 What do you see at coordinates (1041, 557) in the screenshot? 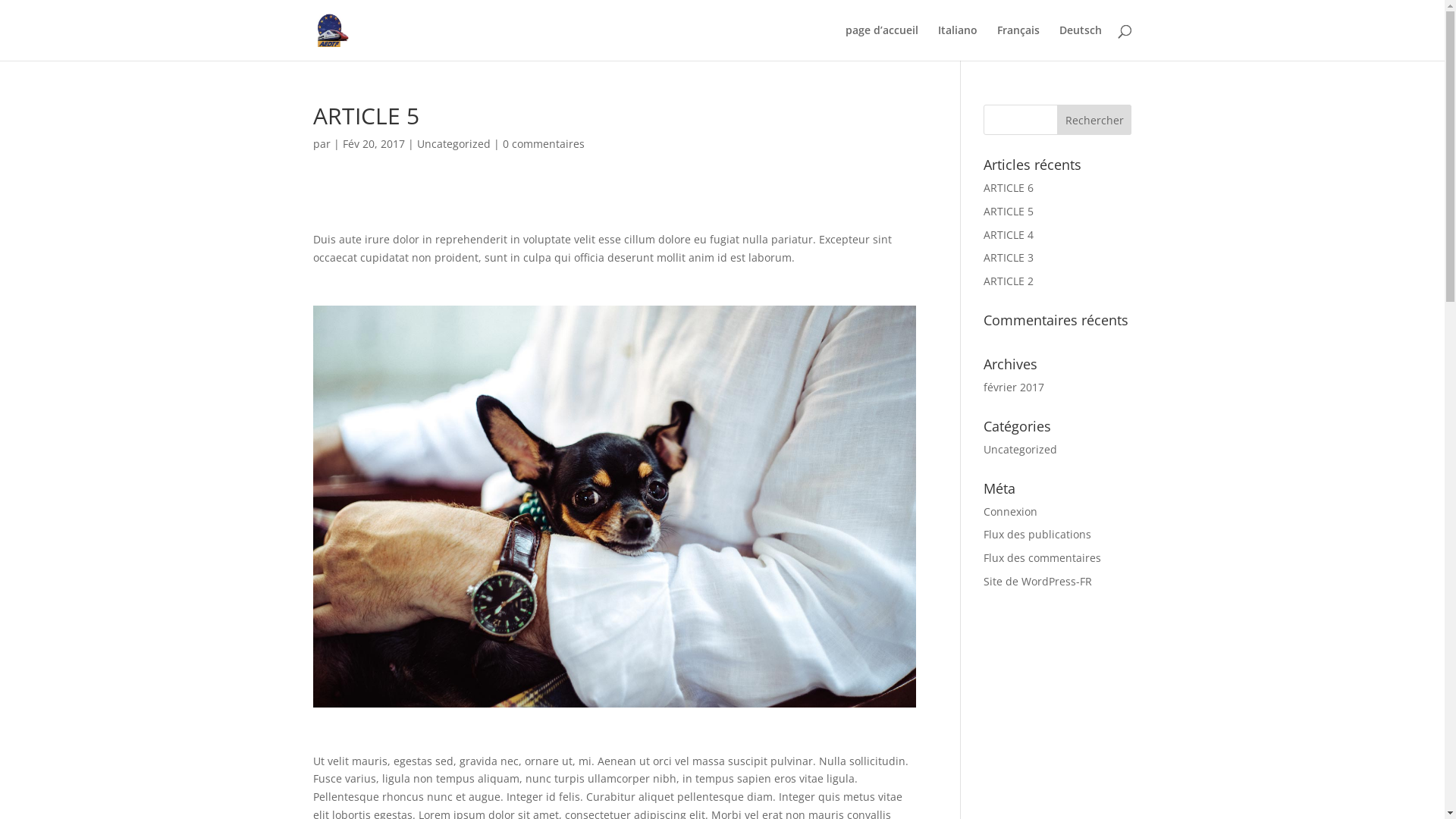
I see `'Flux des commentaires'` at bounding box center [1041, 557].